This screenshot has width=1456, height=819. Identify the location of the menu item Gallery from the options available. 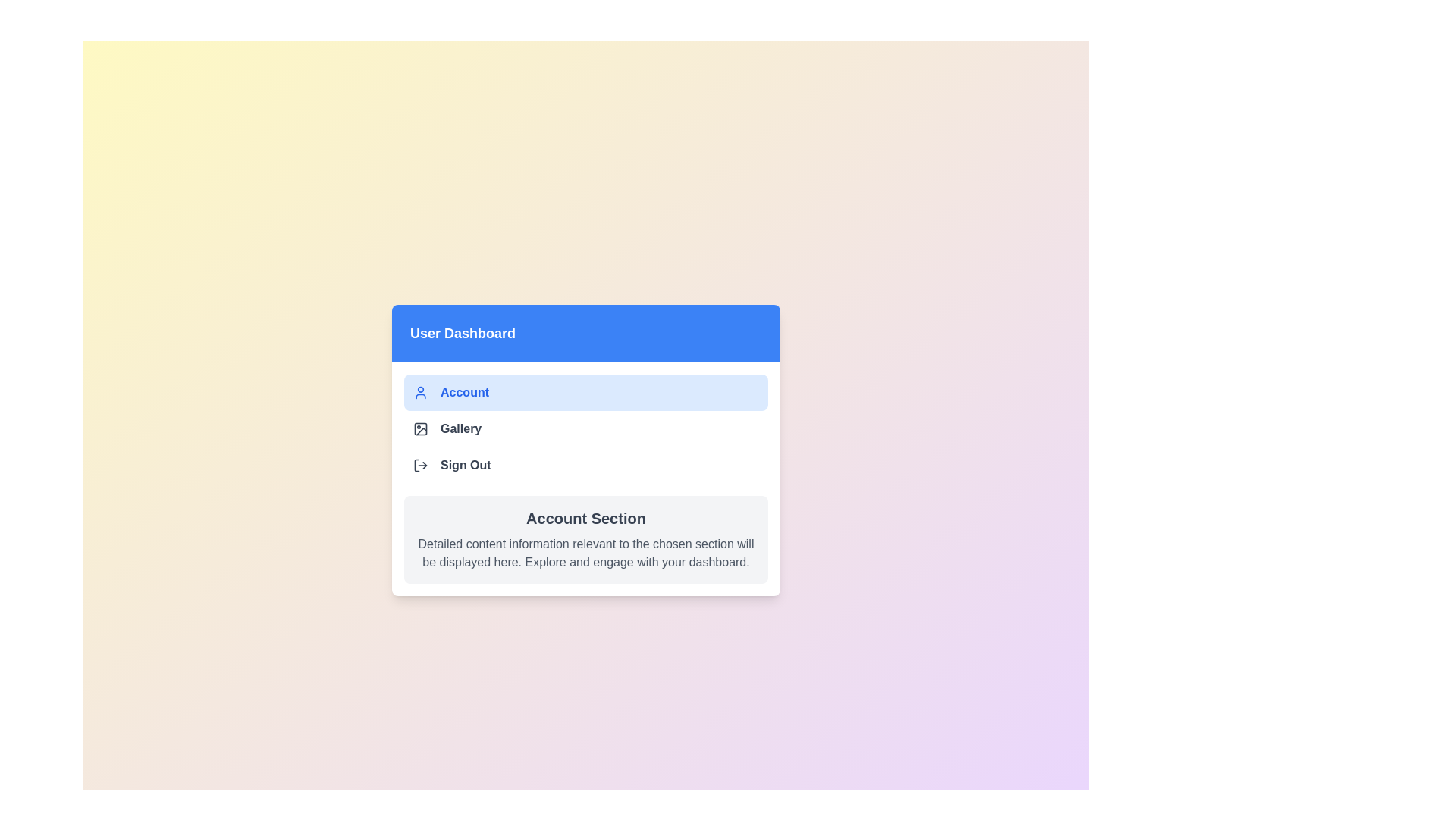
(585, 429).